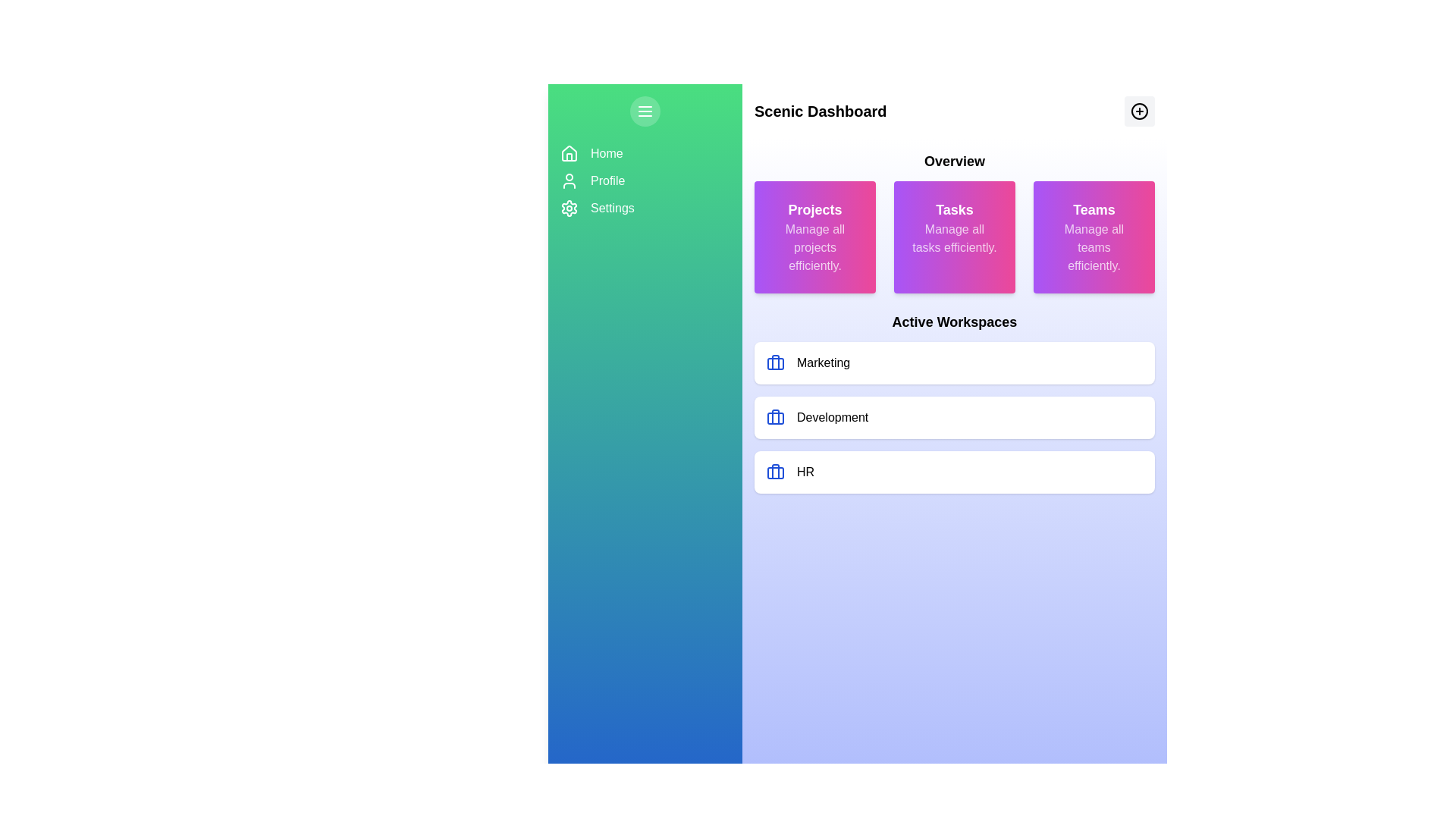  What do you see at coordinates (775, 472) in the screenshot?
I see `the HR workspace icon located in the third card under the Active Workspaces section, which visually represents the HR workspace` at bounding box center [775, 472].